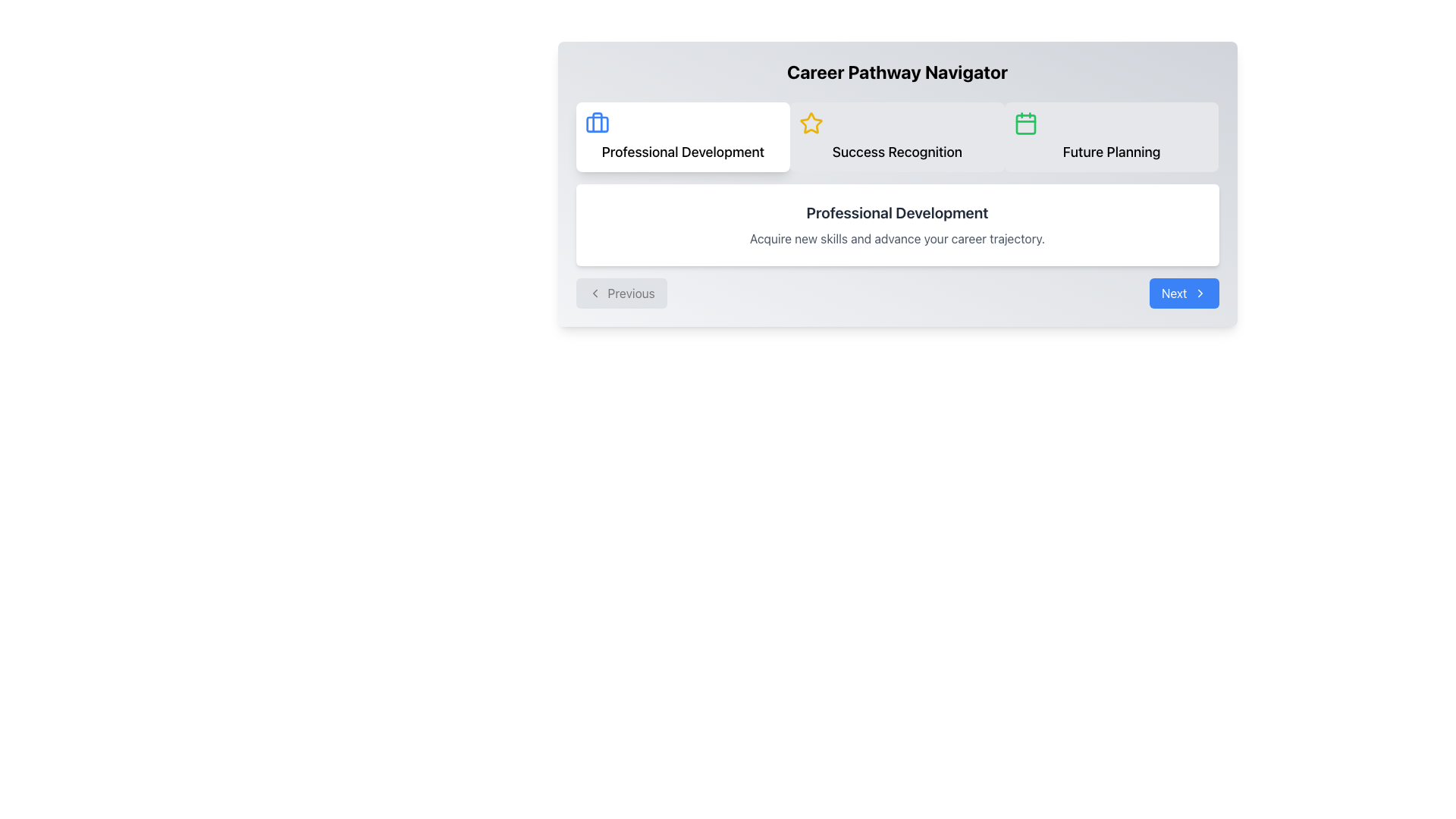 This screenshot has width=1456, height=819. What do you see at coordinates (621, 293) in the screenshot?
I see `the 'Previous' button with a light grey background and a left-pointing arrow icon` at bounding box center [621, 293].